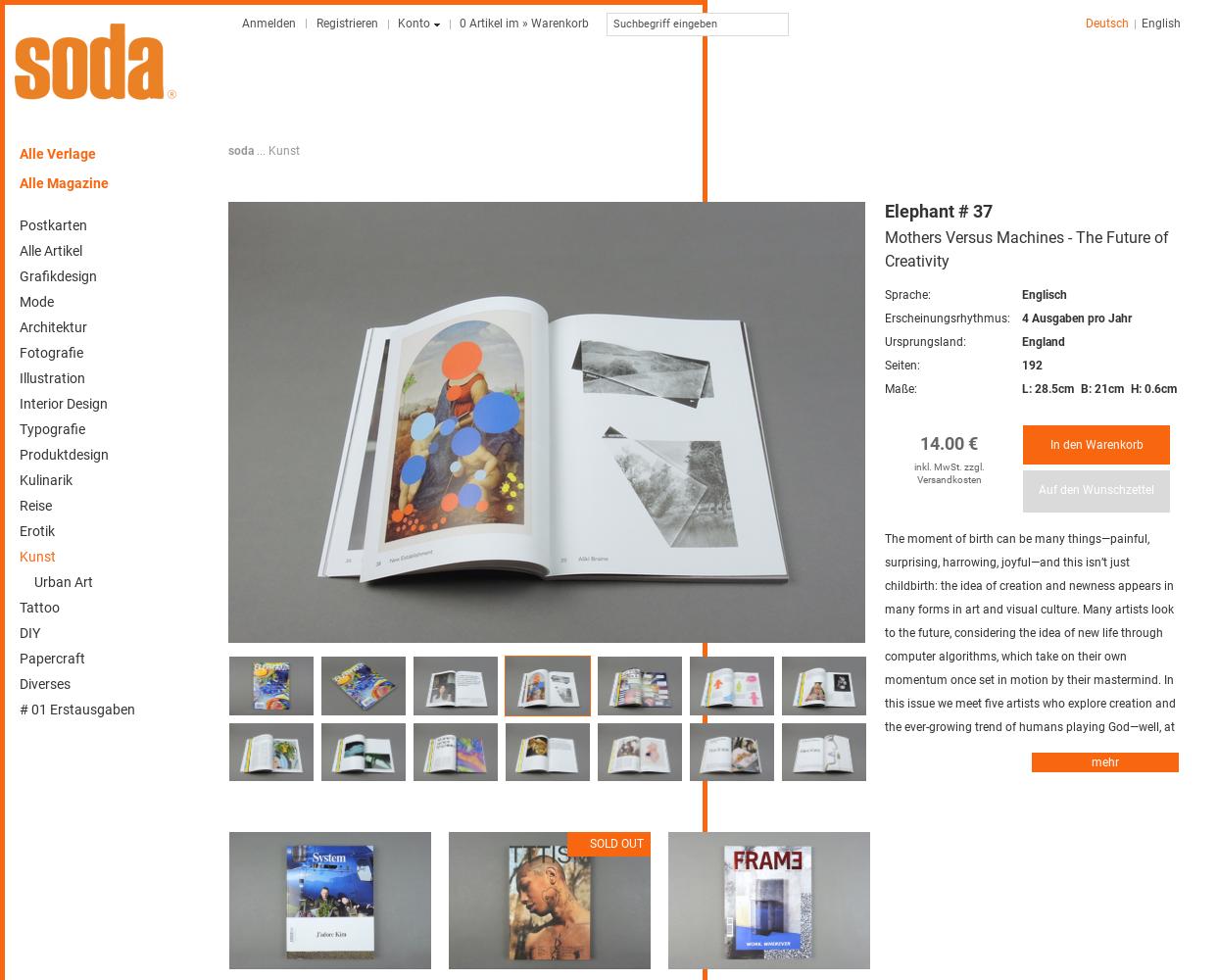 The width and height of the screenshot is (1218, 980). What do you see at coordinates (1159, 24) in the screenshot?
I see `'English'` at bounding box center [1159, 24].